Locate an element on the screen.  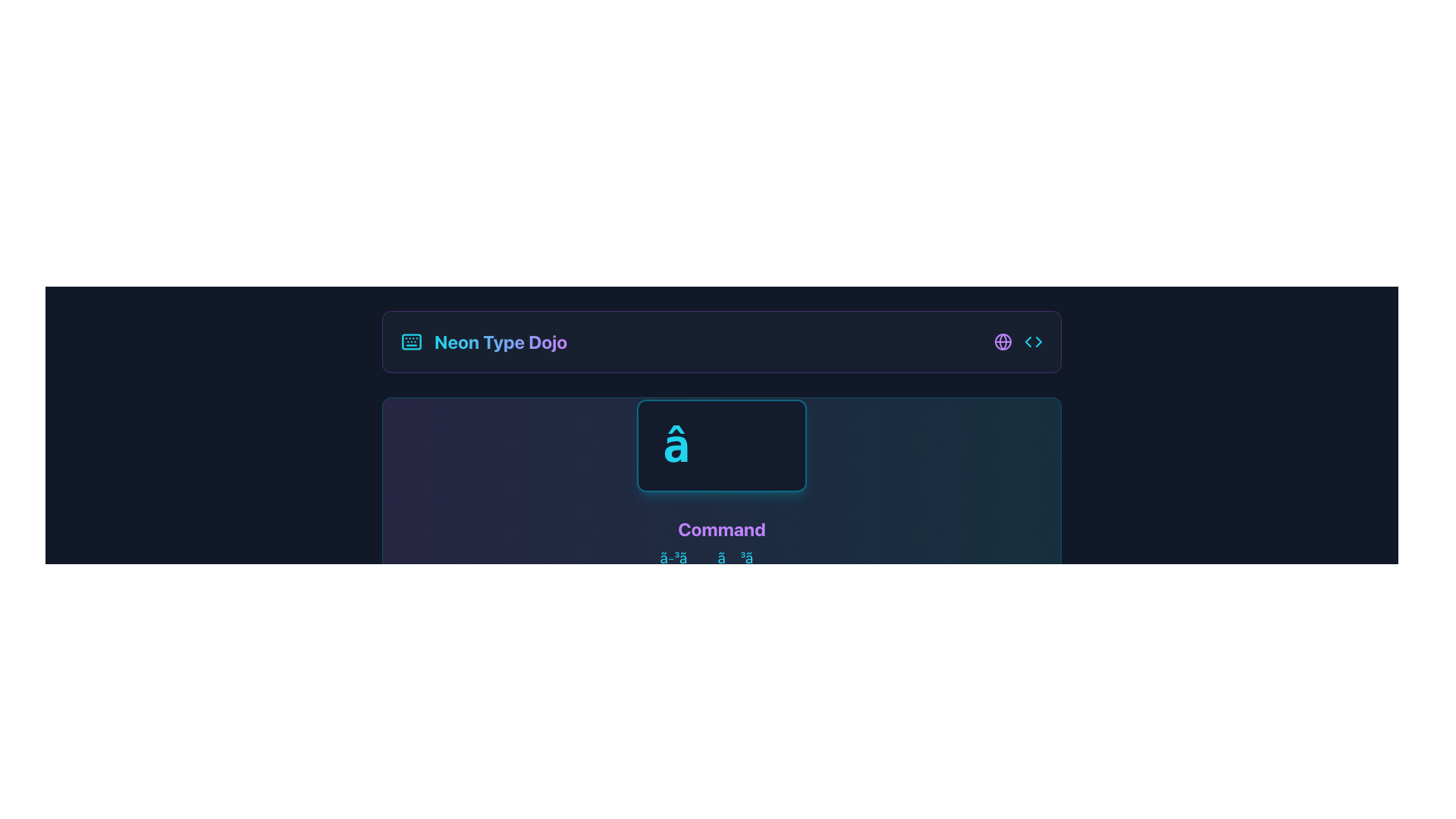
the keyboard icon component, which is a central rectangular structure in the keyboard illustration, to trigger relevant actions is located at coordinates (411, 342).